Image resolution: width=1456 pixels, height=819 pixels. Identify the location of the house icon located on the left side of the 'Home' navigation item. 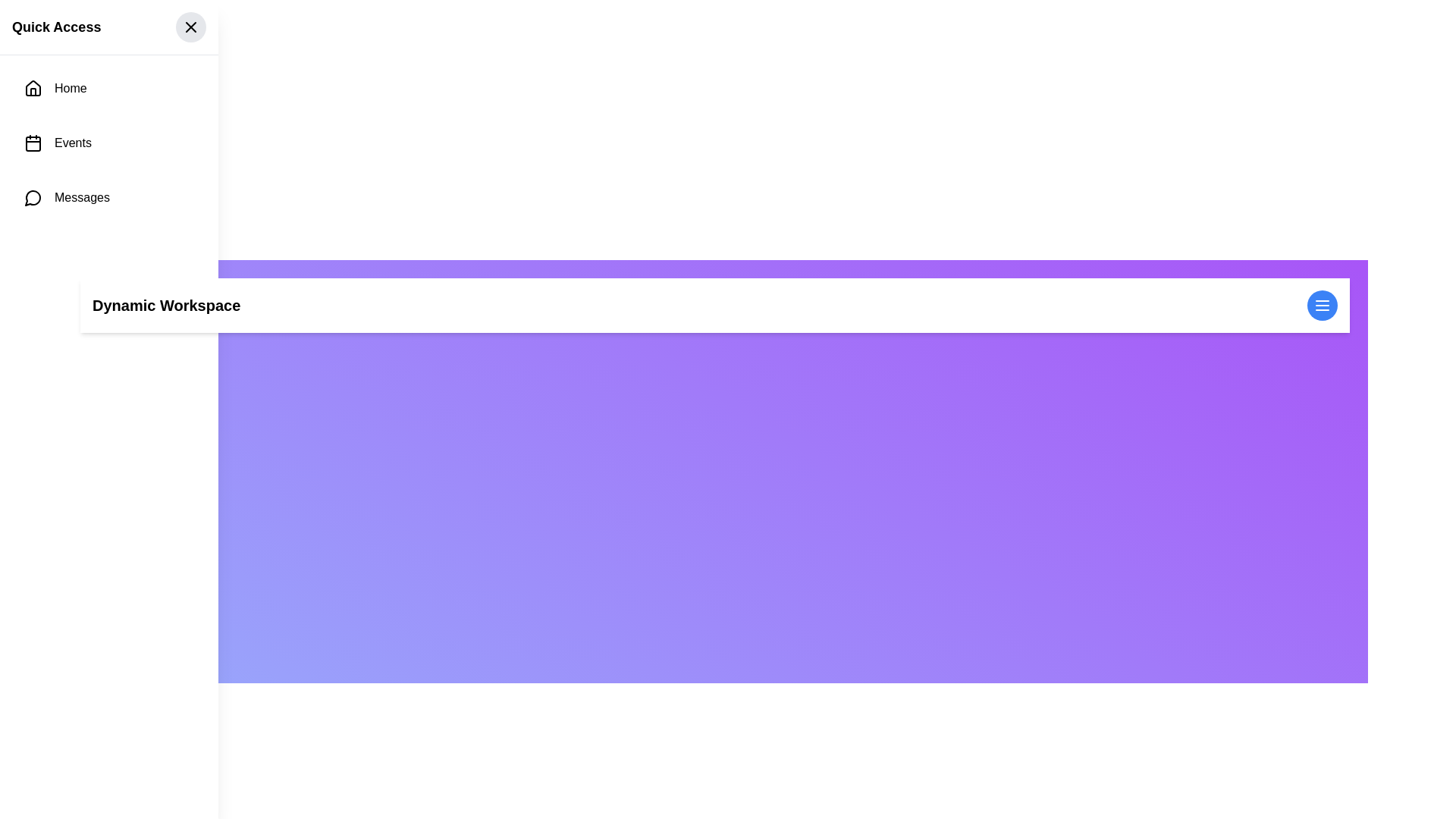
(33, 88).